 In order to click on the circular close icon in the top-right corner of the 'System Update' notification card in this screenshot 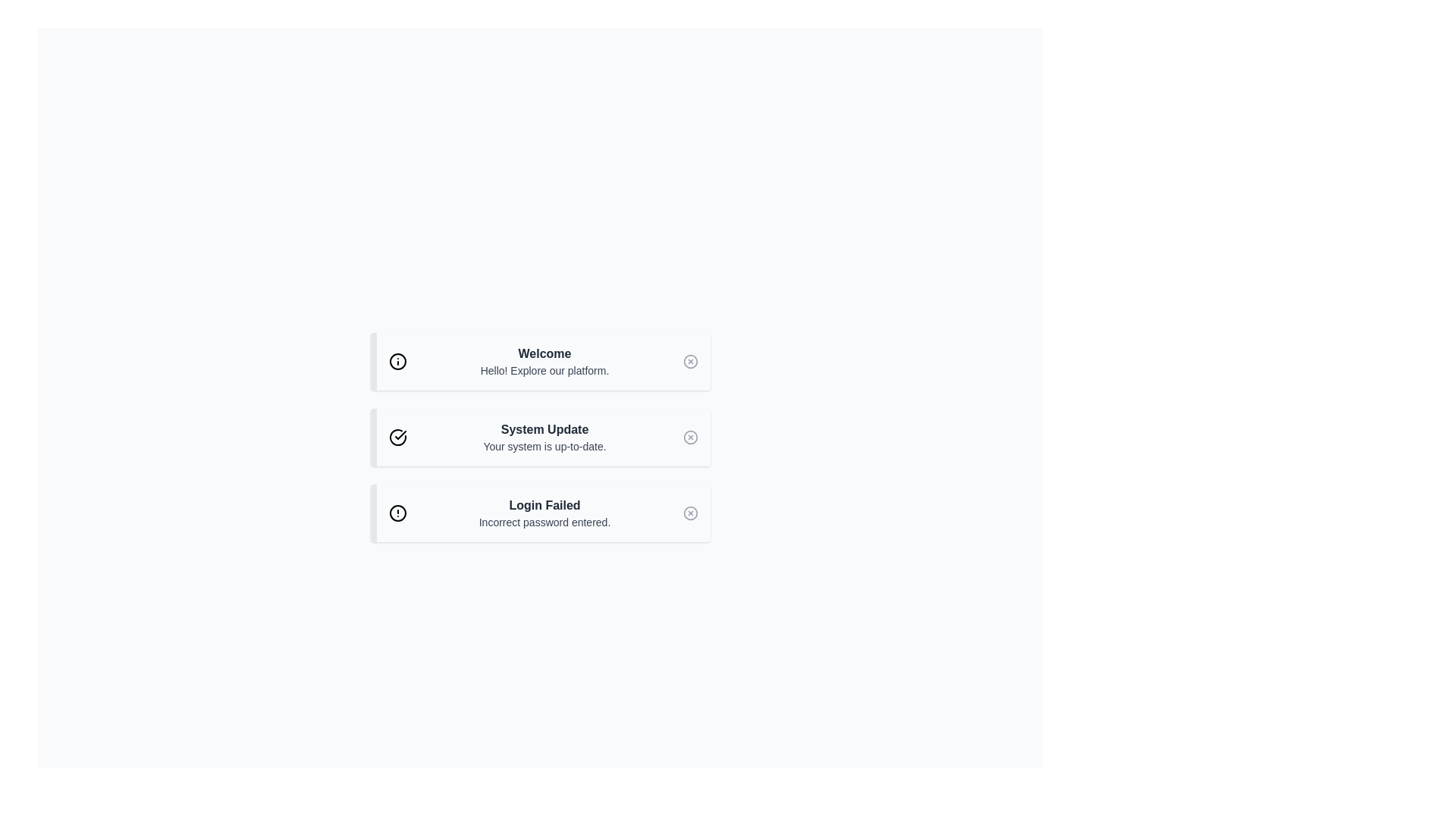, I will do `click(689, 438)`.